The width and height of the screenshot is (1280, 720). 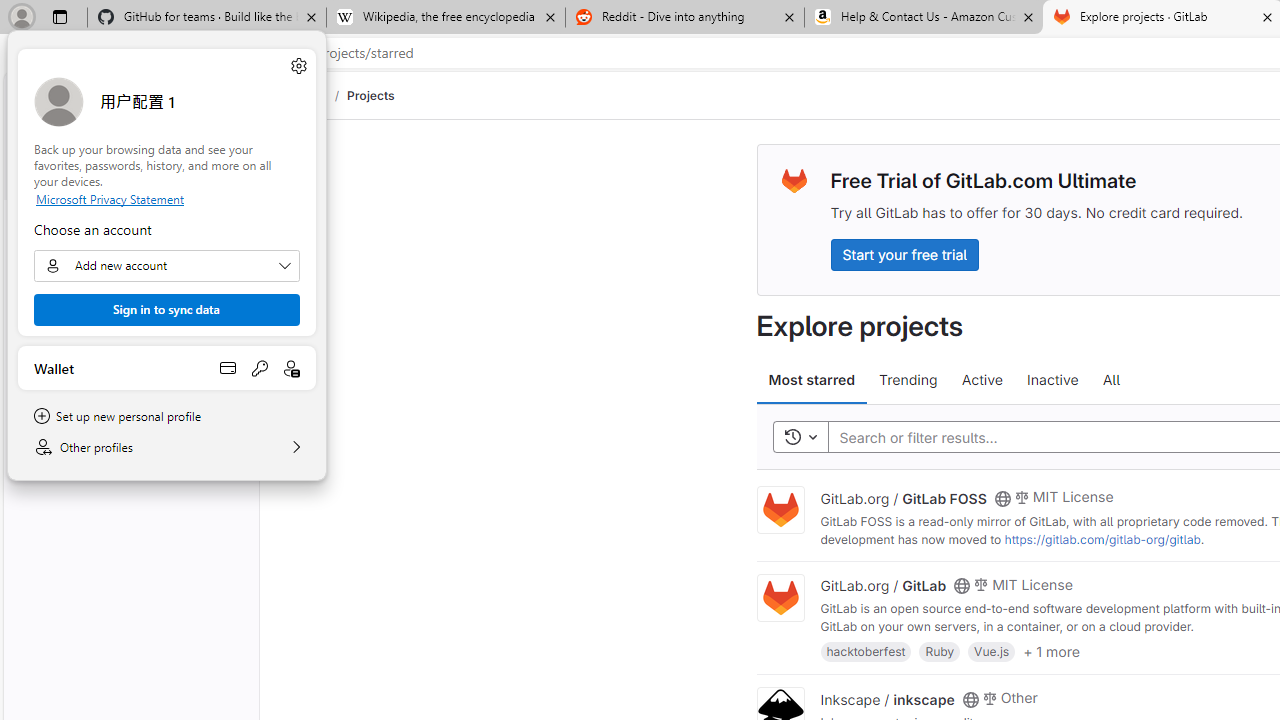 I want to click on 'All', so click(x=1110, y=380).